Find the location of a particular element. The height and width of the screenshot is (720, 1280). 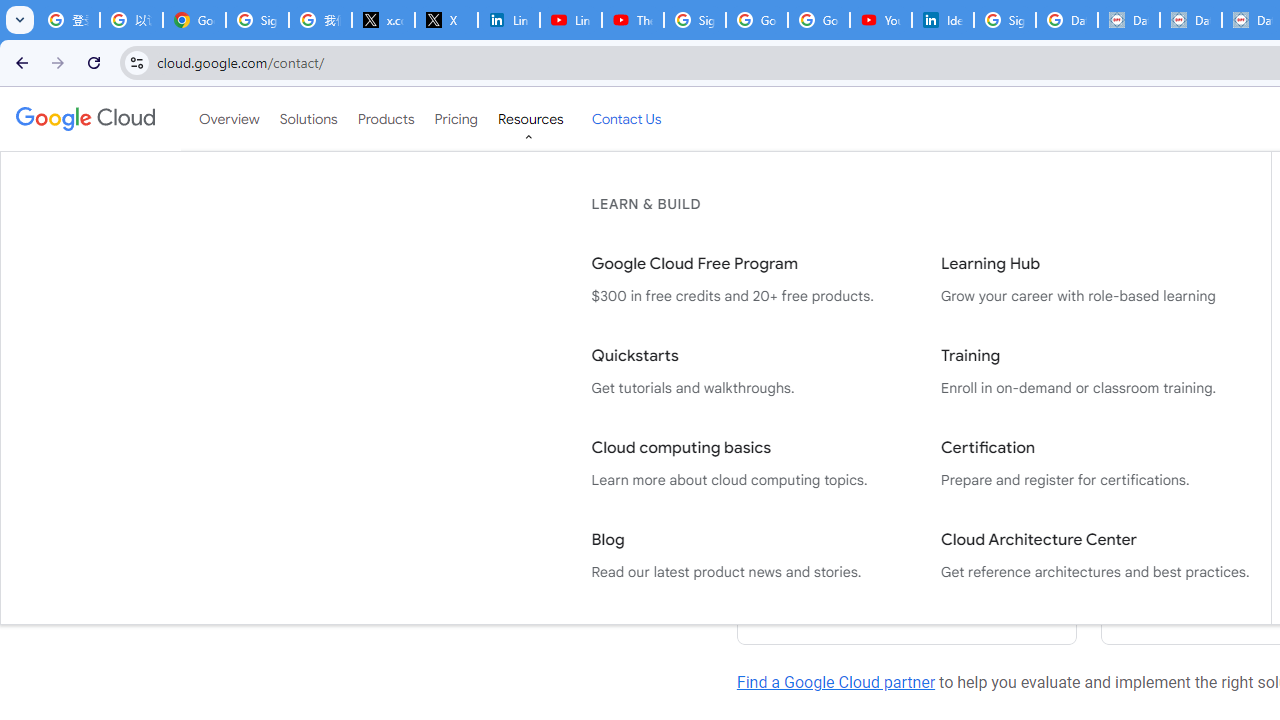

'X' is located at coordinates (445, 20).